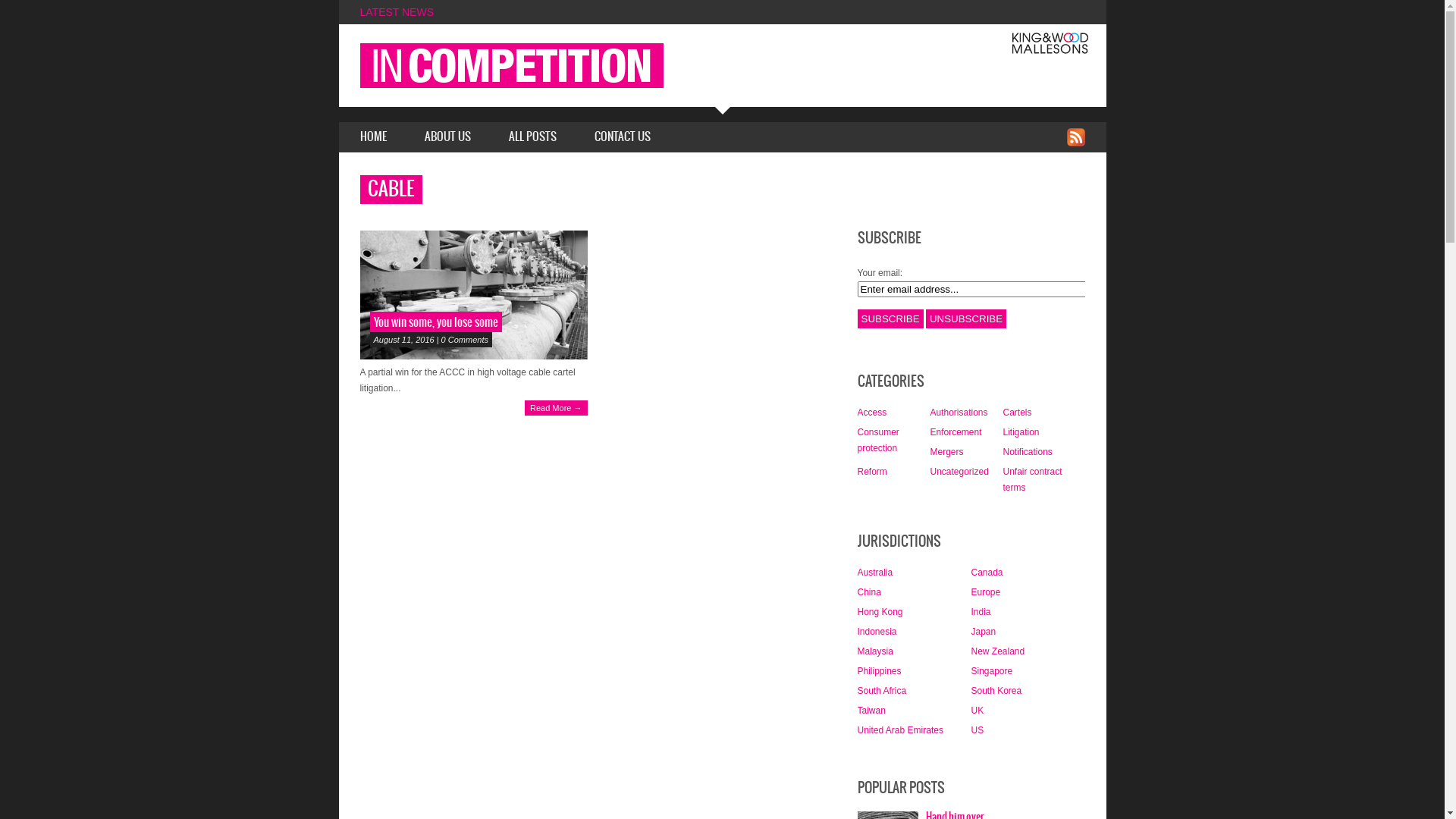  I want to click on 'US', so click(977, 730).